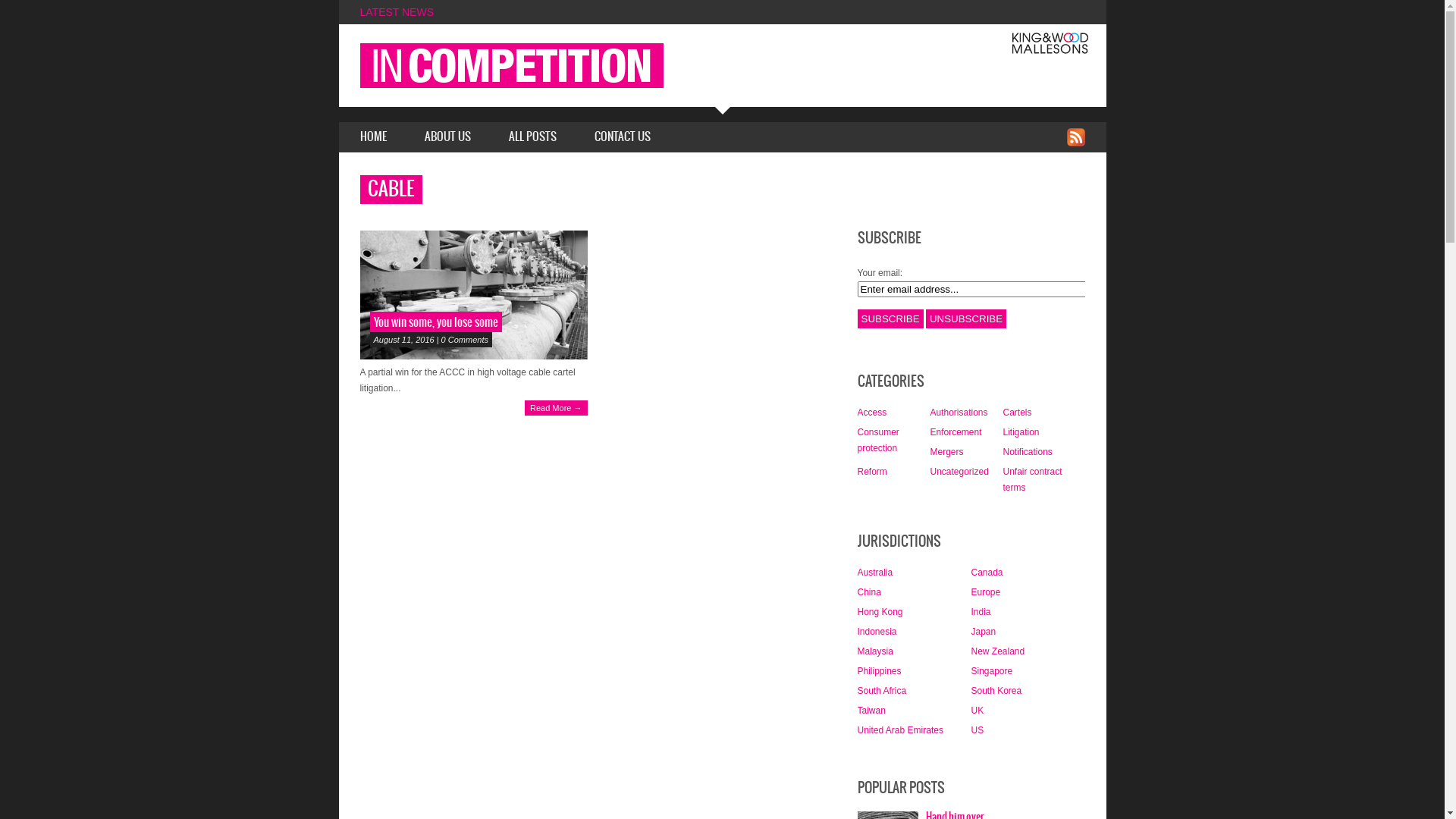  I want to click on 'US', so click(977, 730).